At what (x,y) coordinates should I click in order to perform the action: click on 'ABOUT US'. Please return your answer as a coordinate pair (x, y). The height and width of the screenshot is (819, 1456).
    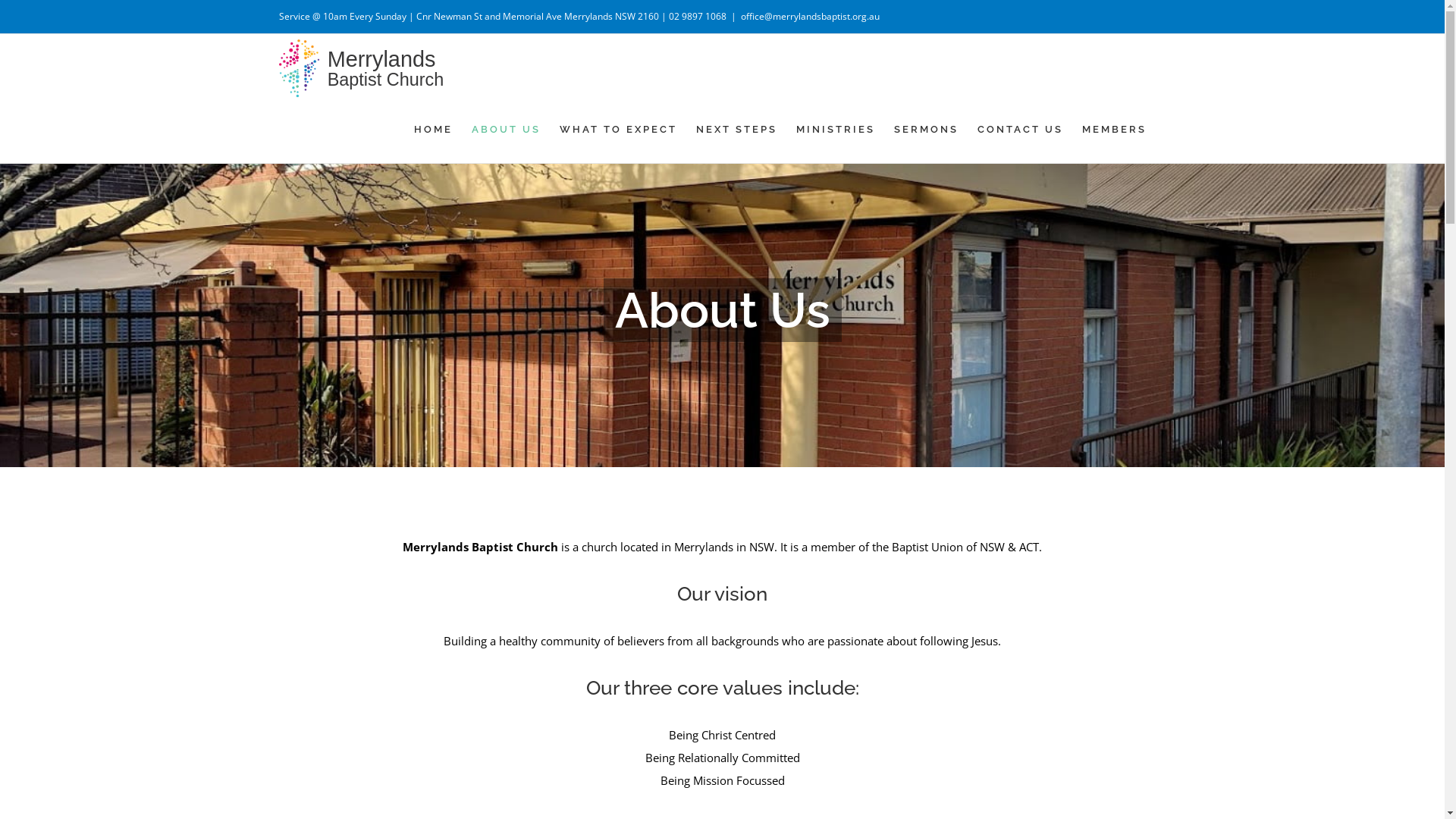
    Looking at the image, I should click on (506, 127).